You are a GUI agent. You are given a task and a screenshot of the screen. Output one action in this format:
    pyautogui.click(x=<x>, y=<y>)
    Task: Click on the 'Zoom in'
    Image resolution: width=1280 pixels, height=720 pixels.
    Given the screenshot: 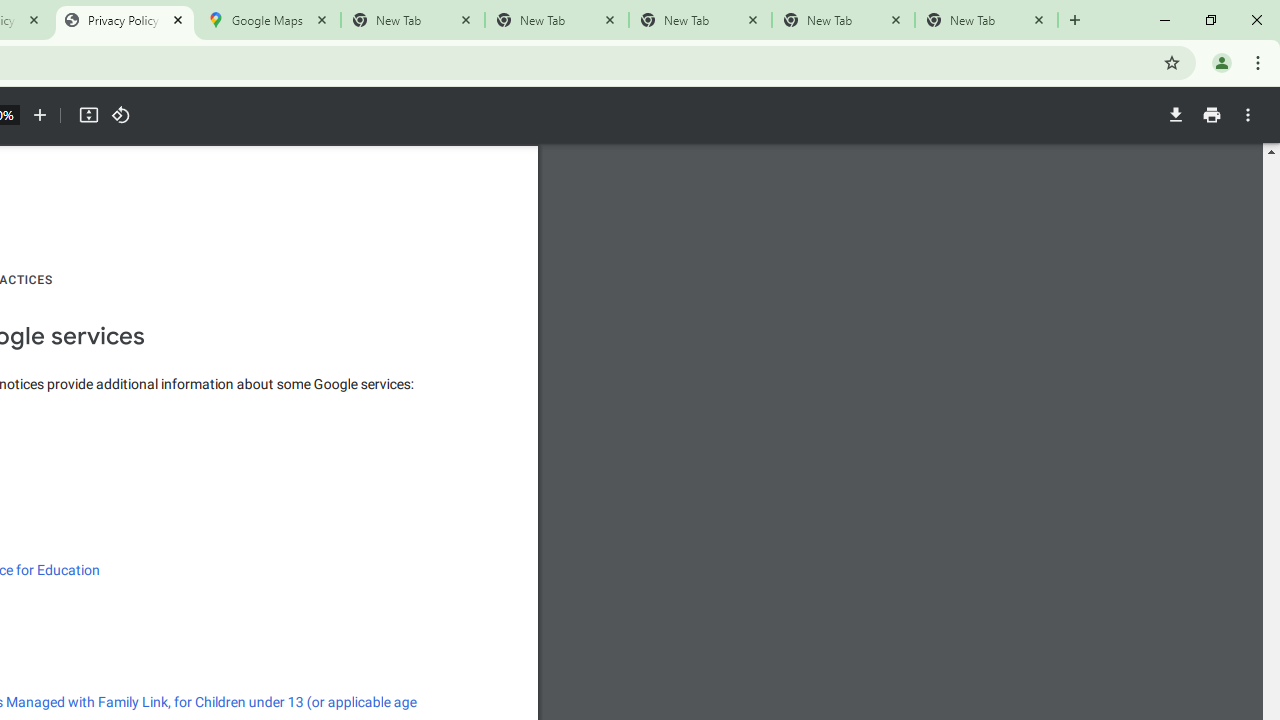 What is the action you would take?
    pyautogui.click(x=39, y=115)
    